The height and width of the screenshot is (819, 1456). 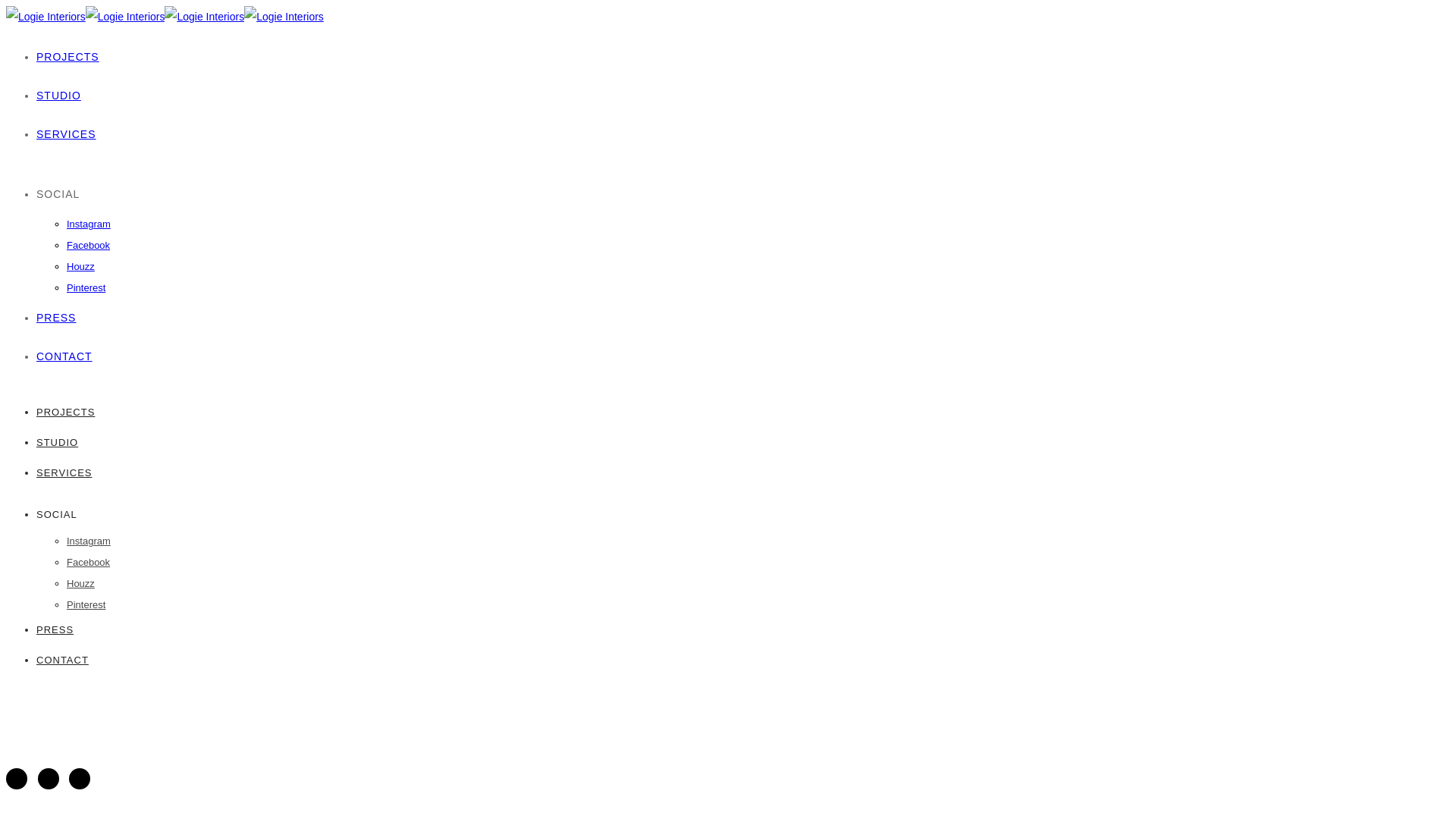 I want to click on 'PRESS', so click(x=36, y=629).